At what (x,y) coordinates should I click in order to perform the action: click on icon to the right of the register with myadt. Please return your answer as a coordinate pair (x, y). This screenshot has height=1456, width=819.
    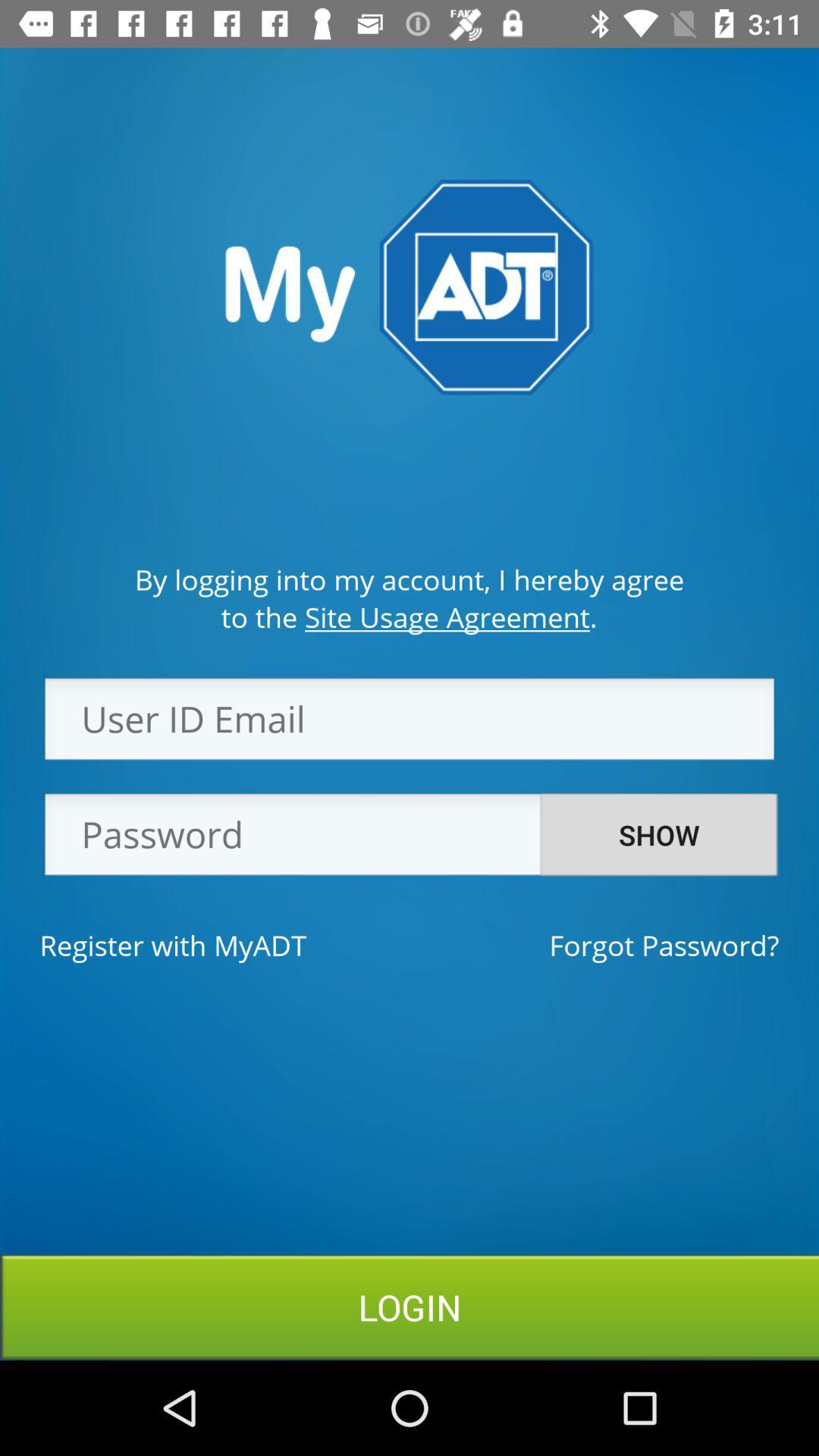
    Looking at the image, I should click on (663, 944).